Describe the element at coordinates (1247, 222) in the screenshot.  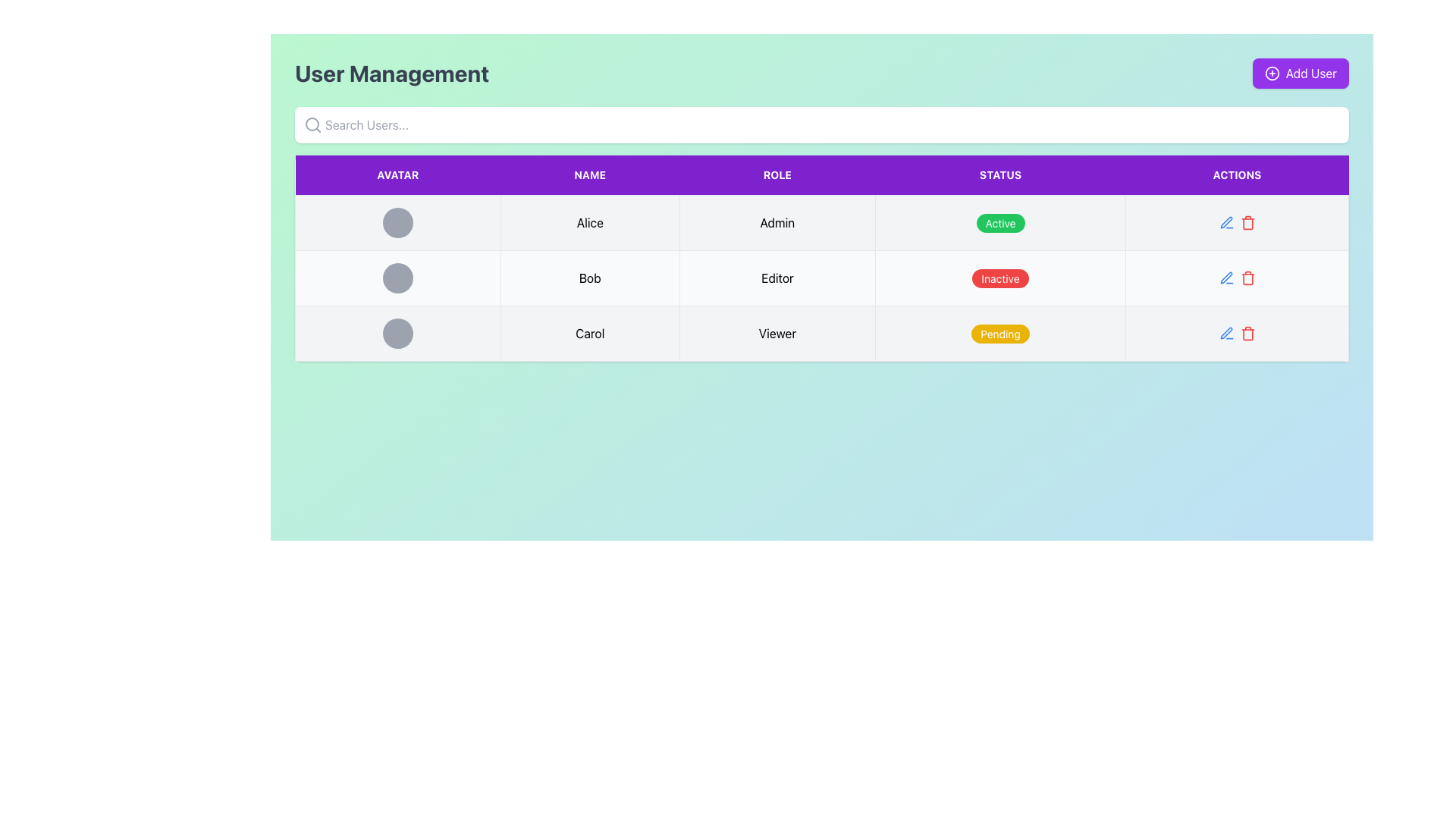
I see `the red trash can icon button located in the 'Actions' column of the user management table` at that location.